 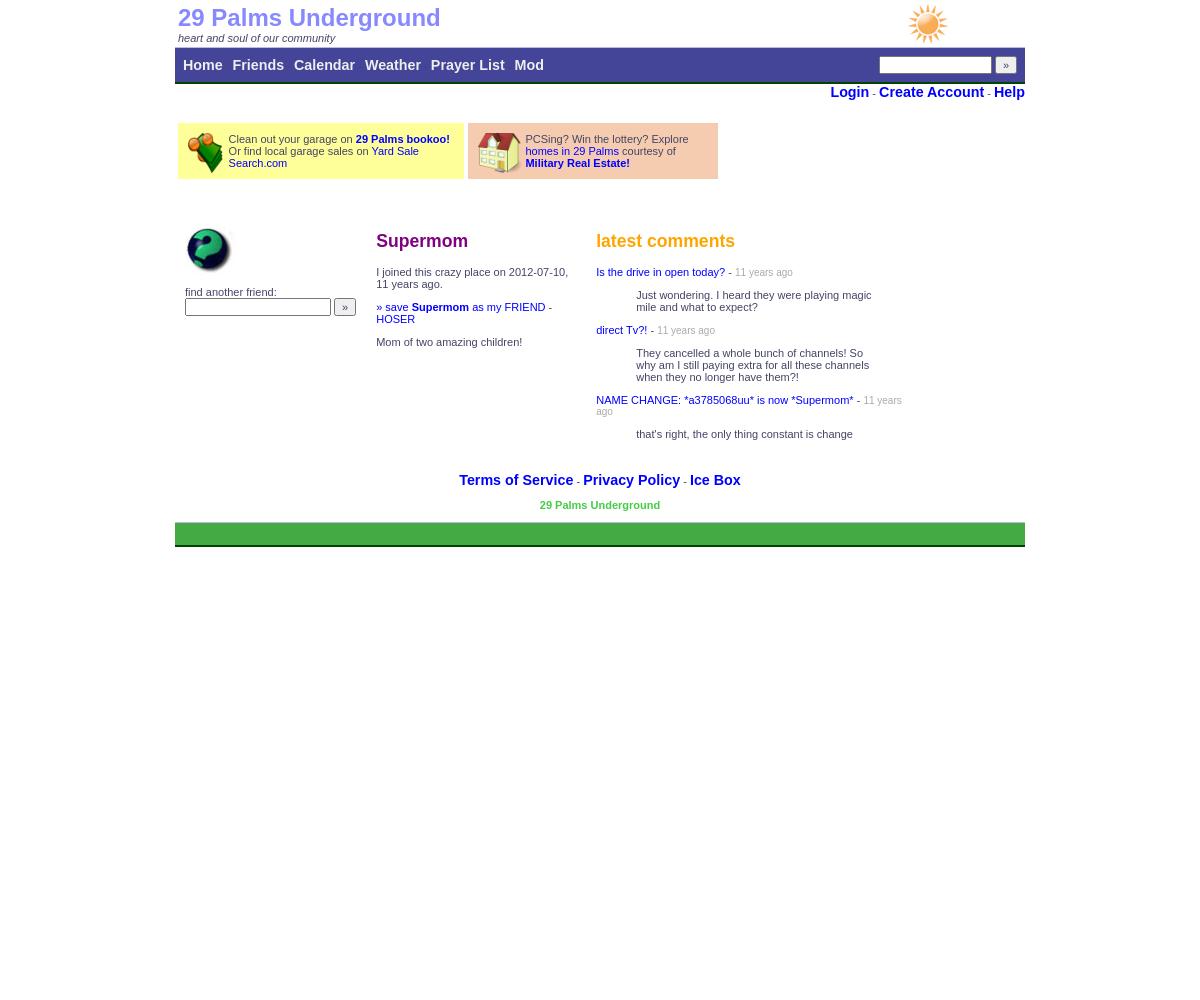 What do you see at coordinates (524, 151) in the screenshot?
I see `'homes in 29 Palms'` at bounding box center [524, 151].